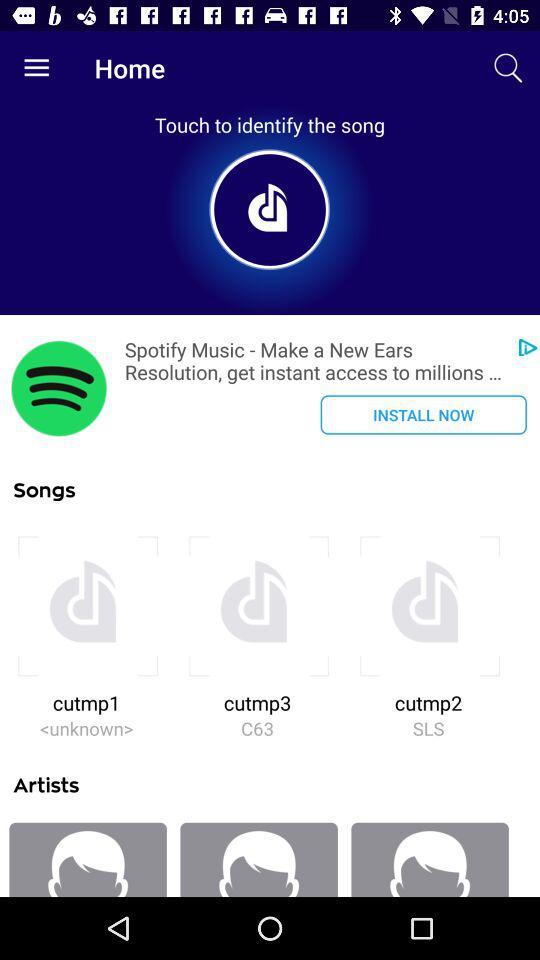 The height and width of the screenshot is (960, 540). What do you see at coordinates (59, 387) in the screenshot?
I see `app logo` at bounding box center [59, 387].